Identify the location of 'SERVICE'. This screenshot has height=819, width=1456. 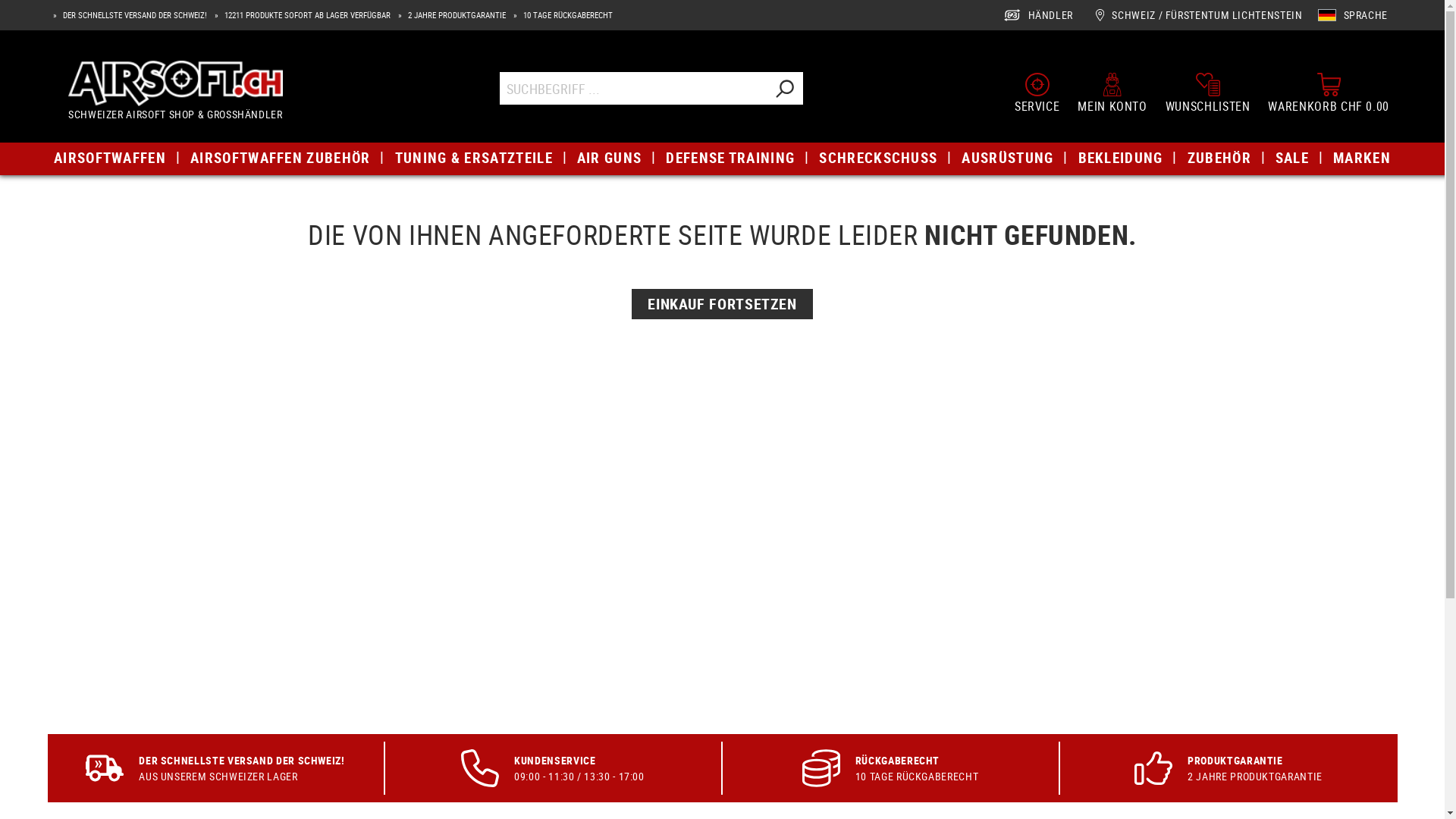
(1036, 93).